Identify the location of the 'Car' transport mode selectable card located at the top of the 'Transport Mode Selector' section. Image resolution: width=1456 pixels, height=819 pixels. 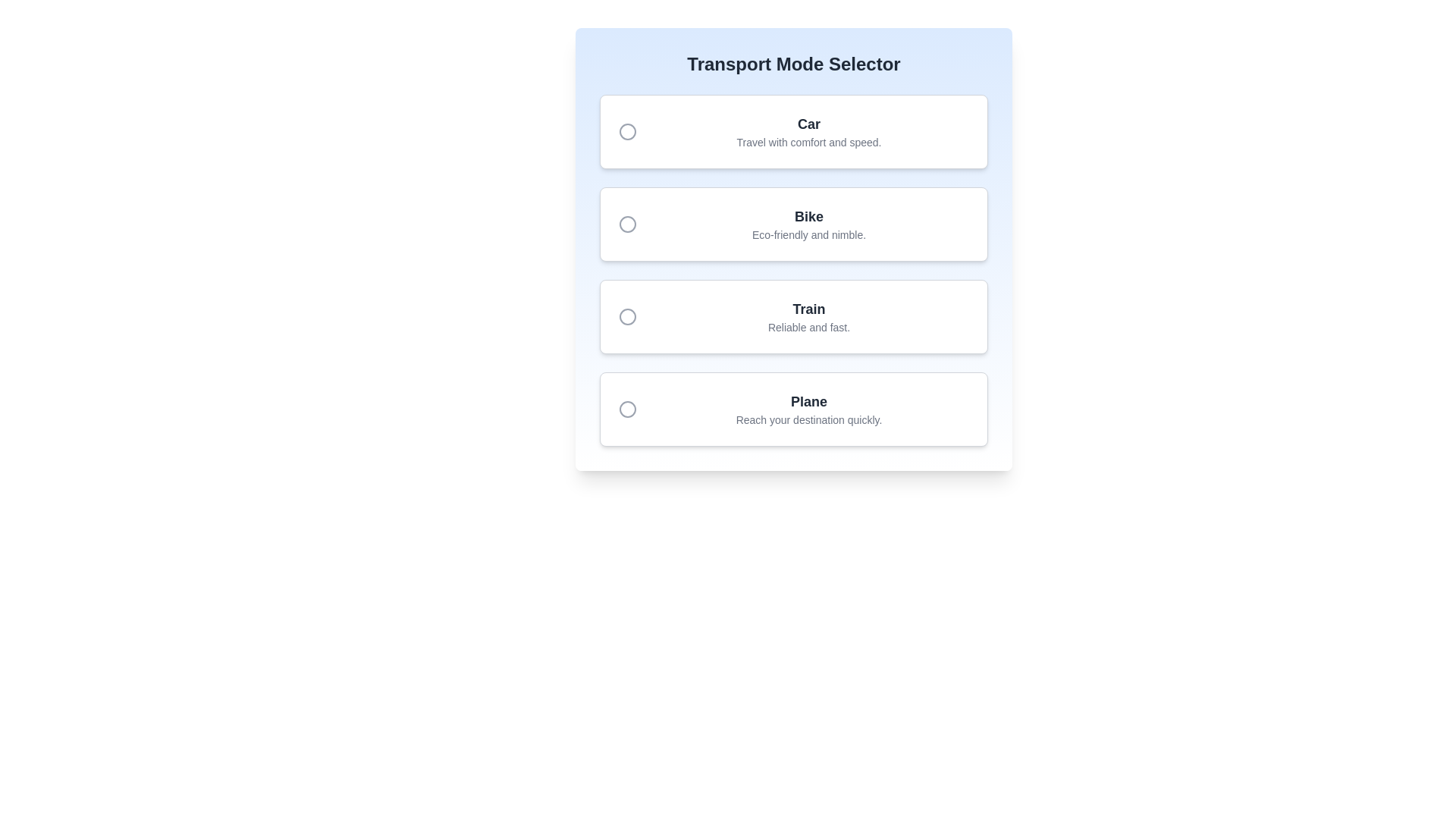
(792, 130).